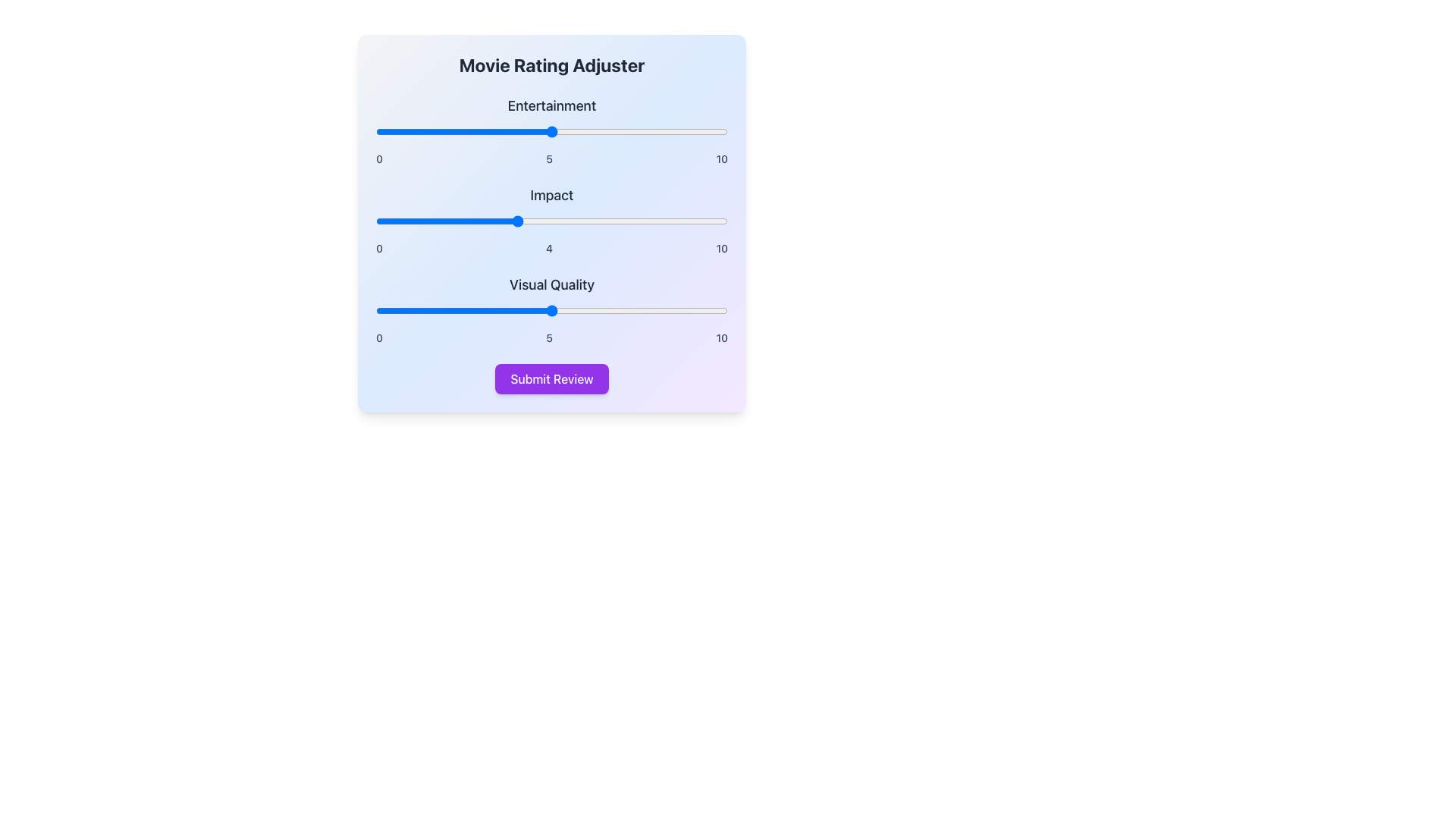  I want to click on the static text label displaying '0', which is styled with a gray font on a white background, positioned to the far left of the numerical labels under the 'Entertainment' slider, so click(379, 158).